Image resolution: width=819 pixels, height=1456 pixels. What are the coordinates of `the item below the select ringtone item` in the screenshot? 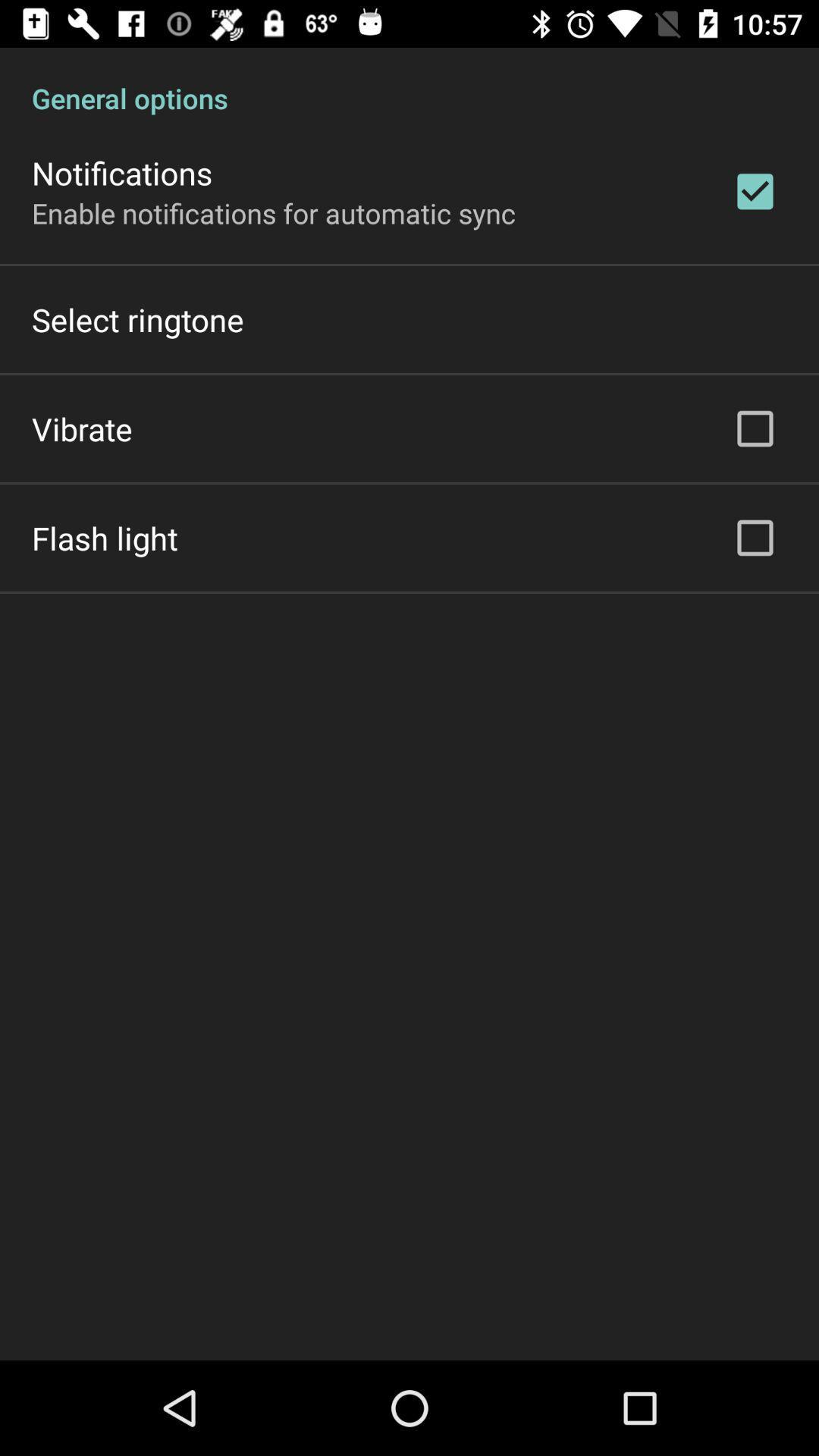 It's located at (82, 428).